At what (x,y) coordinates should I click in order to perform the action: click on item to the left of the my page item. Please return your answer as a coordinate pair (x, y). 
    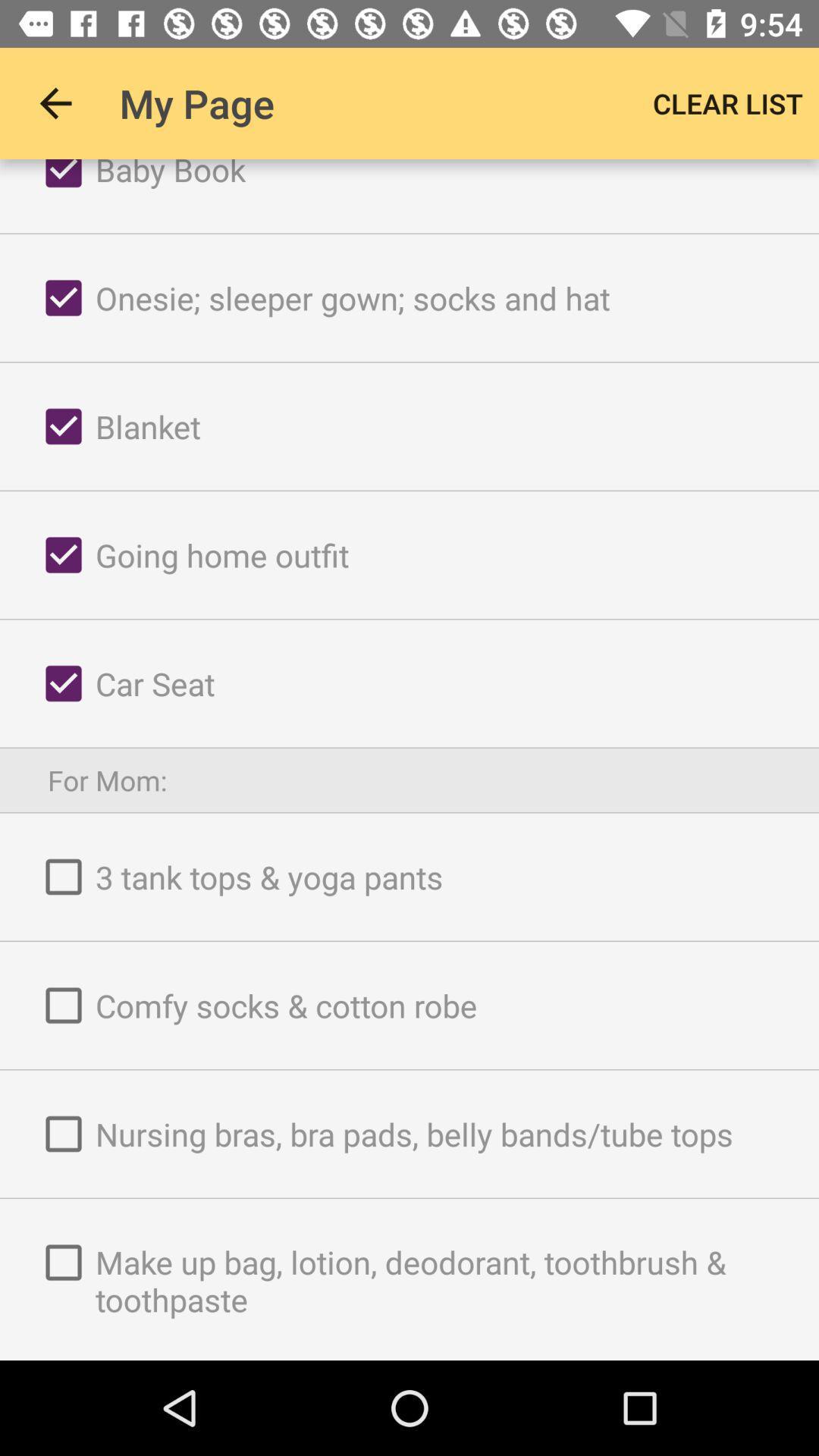
    Looking at the image, I should click on (55, 102).